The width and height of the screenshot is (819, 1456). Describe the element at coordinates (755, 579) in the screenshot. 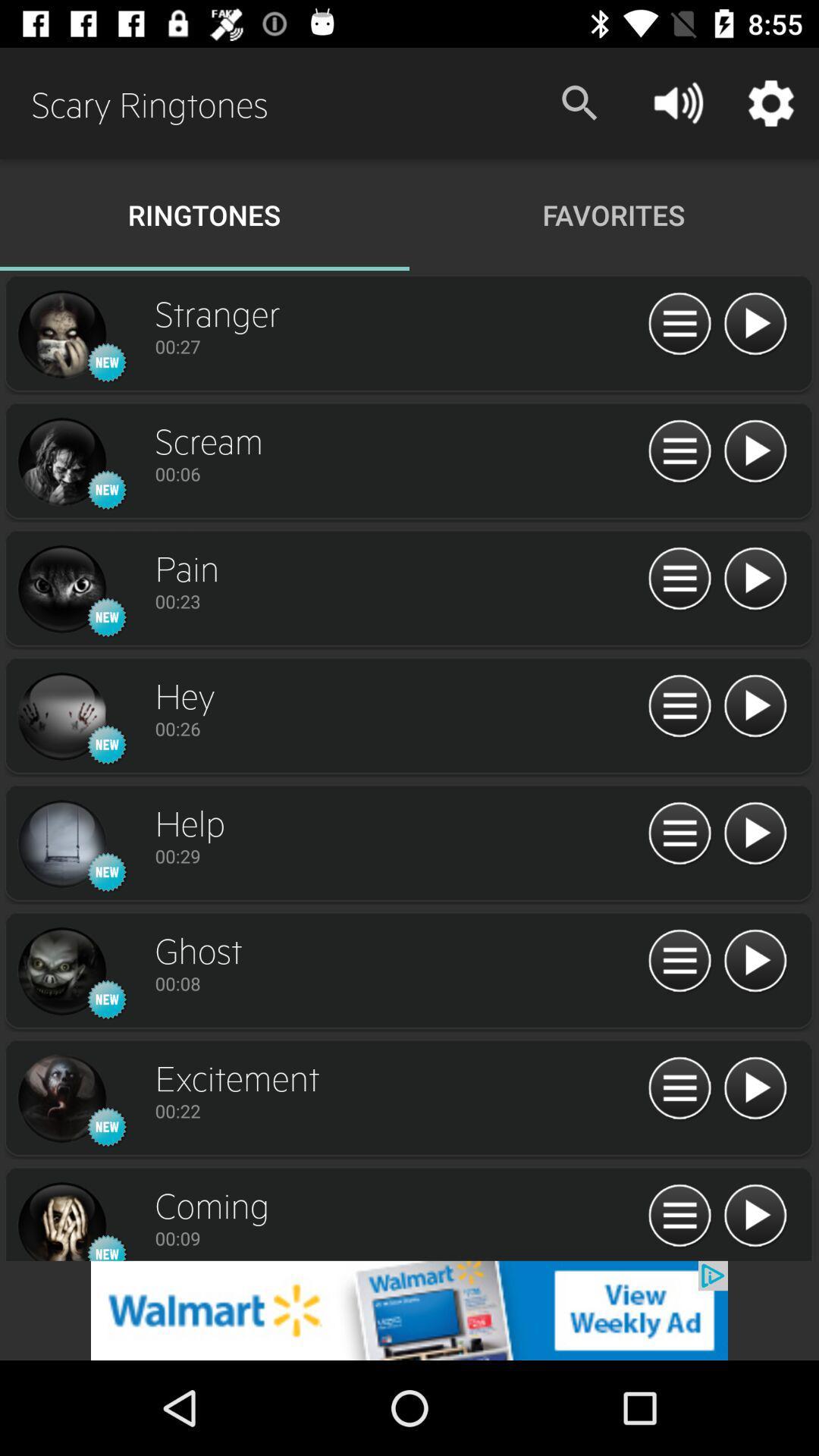

I see `the play` at that location.